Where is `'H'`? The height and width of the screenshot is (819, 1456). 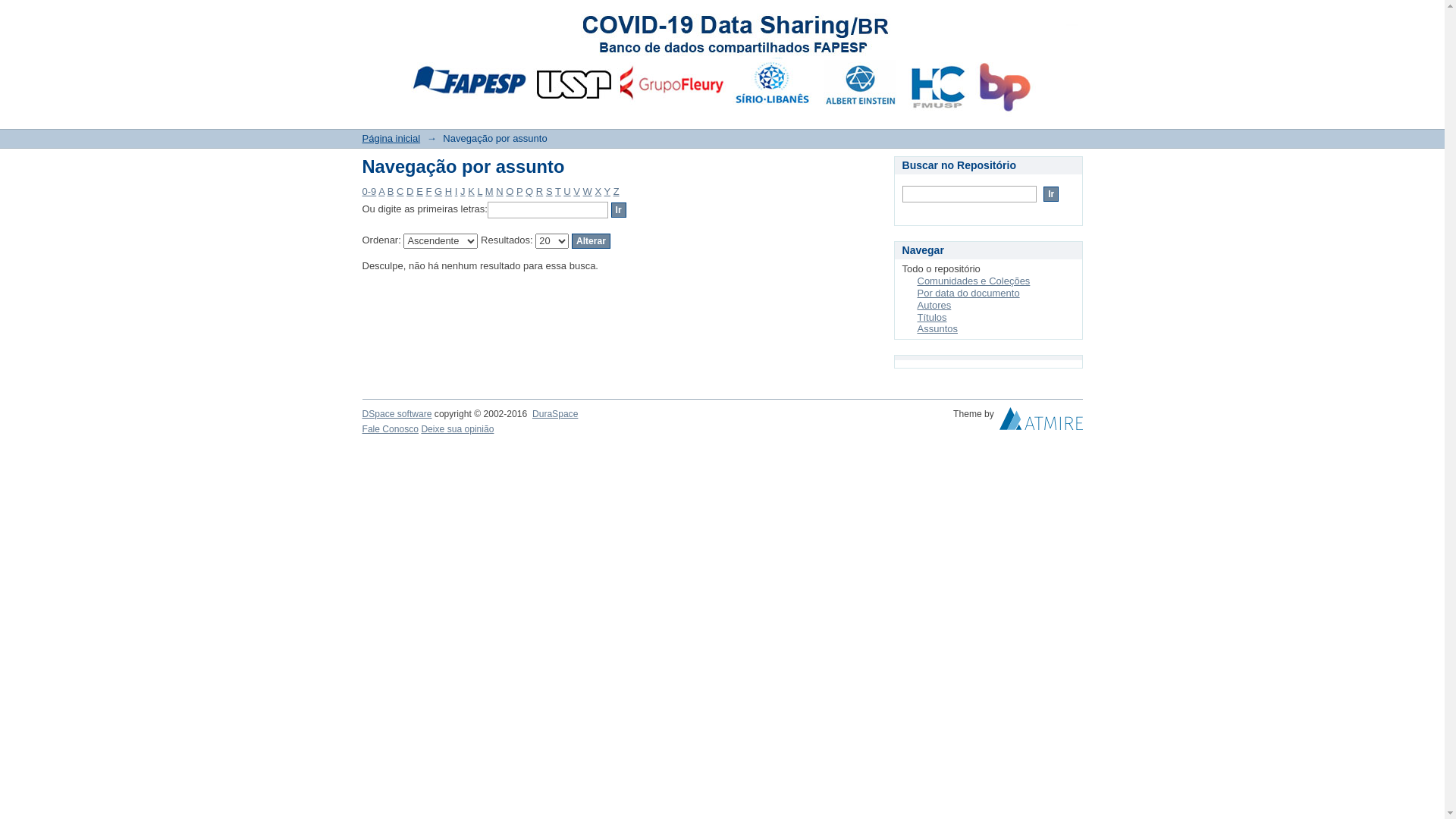 'H' is located at coordinates (444, 190).